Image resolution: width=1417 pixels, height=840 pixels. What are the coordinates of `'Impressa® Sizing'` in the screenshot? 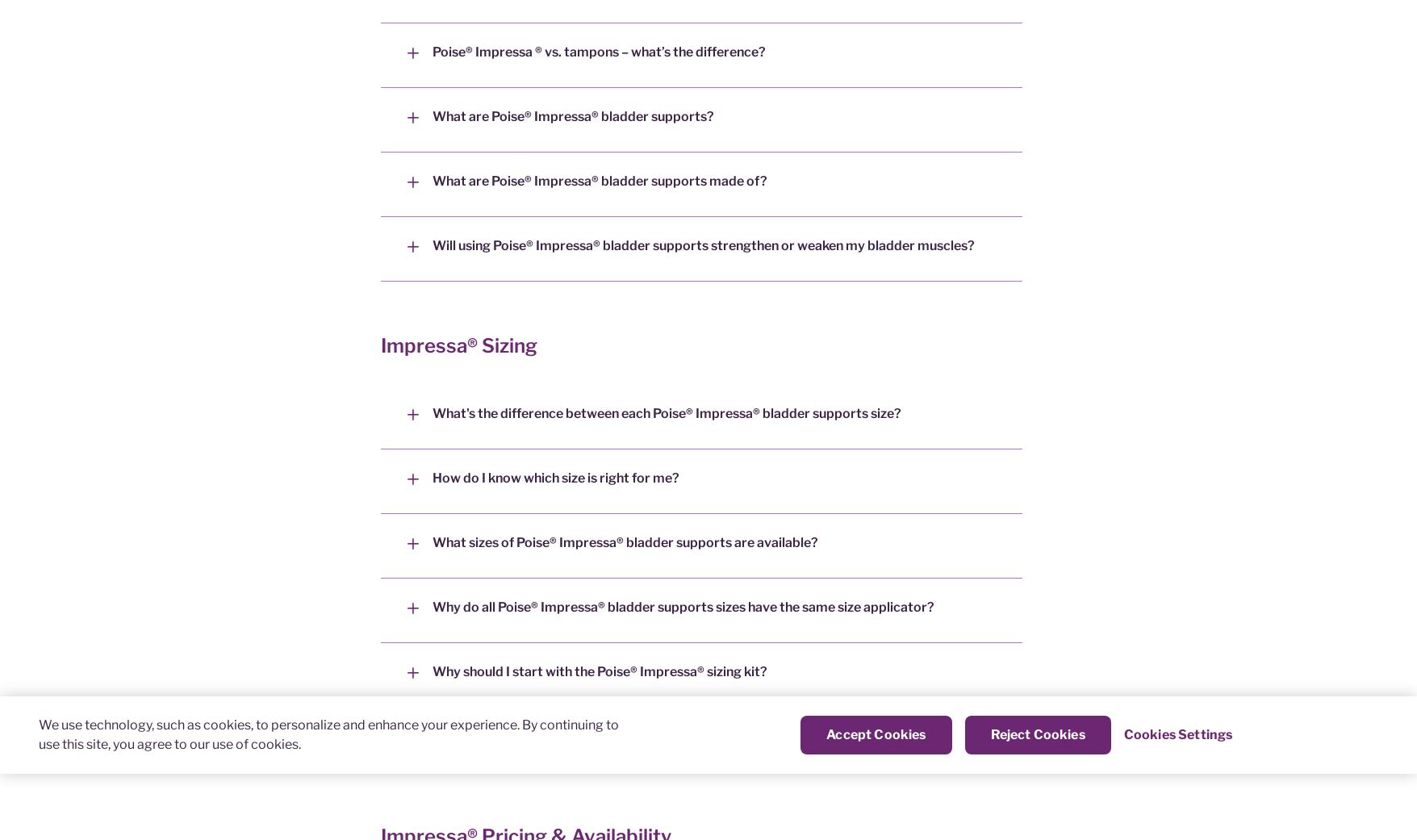 It's located at (458, 345).